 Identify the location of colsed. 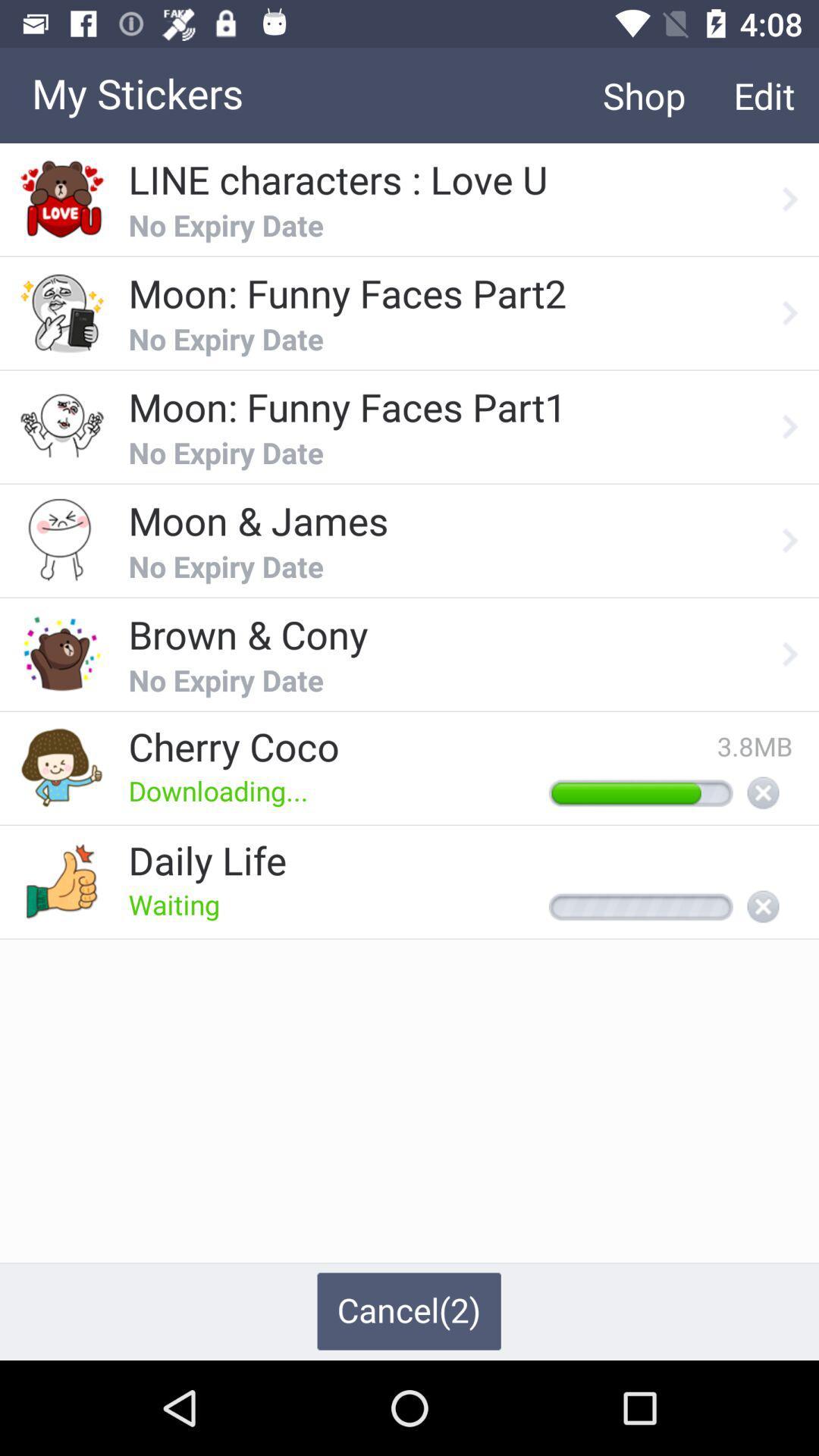
(763, 908).